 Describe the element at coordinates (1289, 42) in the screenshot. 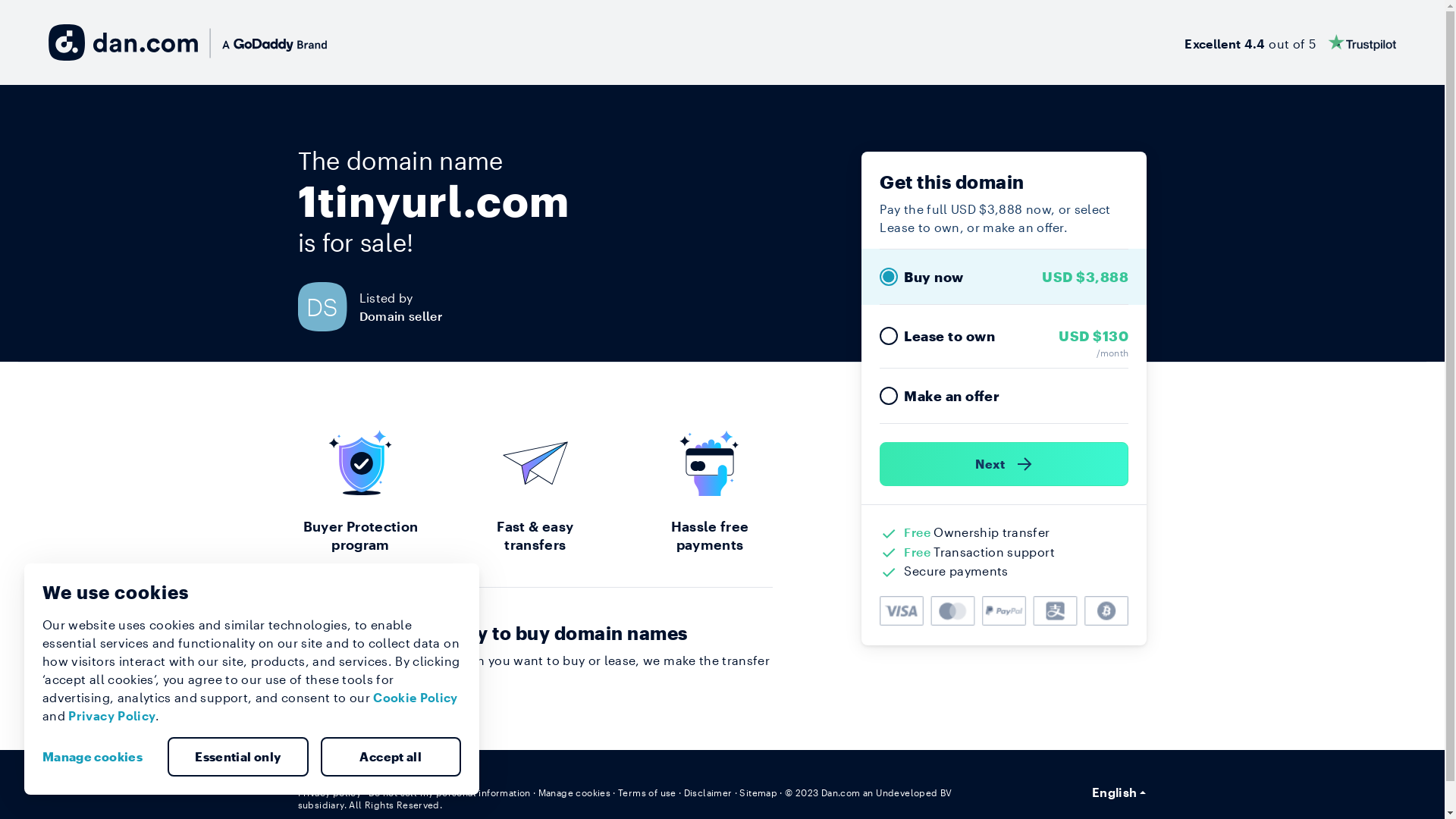

I see `'Excellent 4.4 out of 5'` at that location.